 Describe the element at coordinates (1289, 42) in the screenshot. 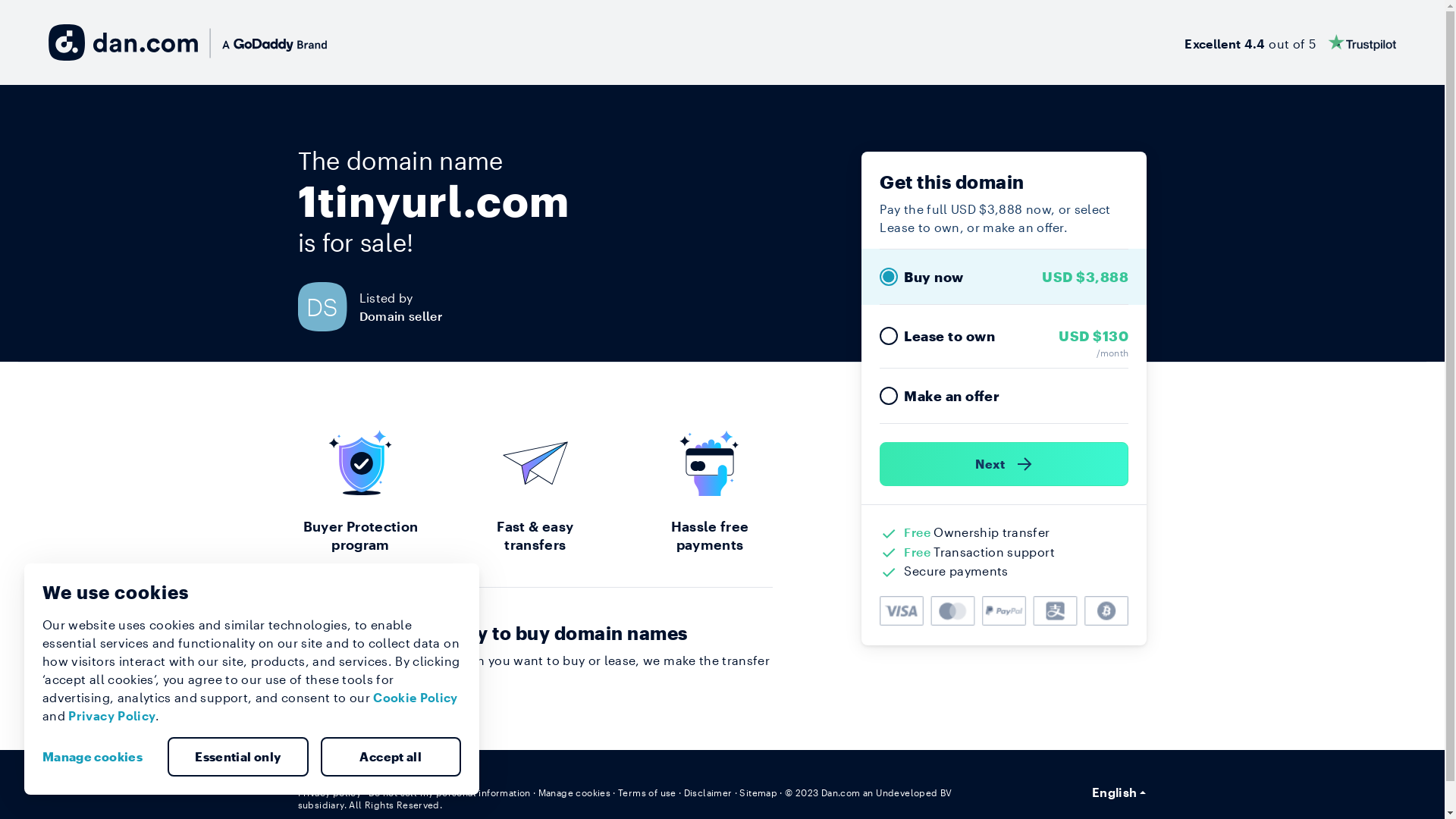

I see `'Excellent 4.4 out of 5'` at that location.